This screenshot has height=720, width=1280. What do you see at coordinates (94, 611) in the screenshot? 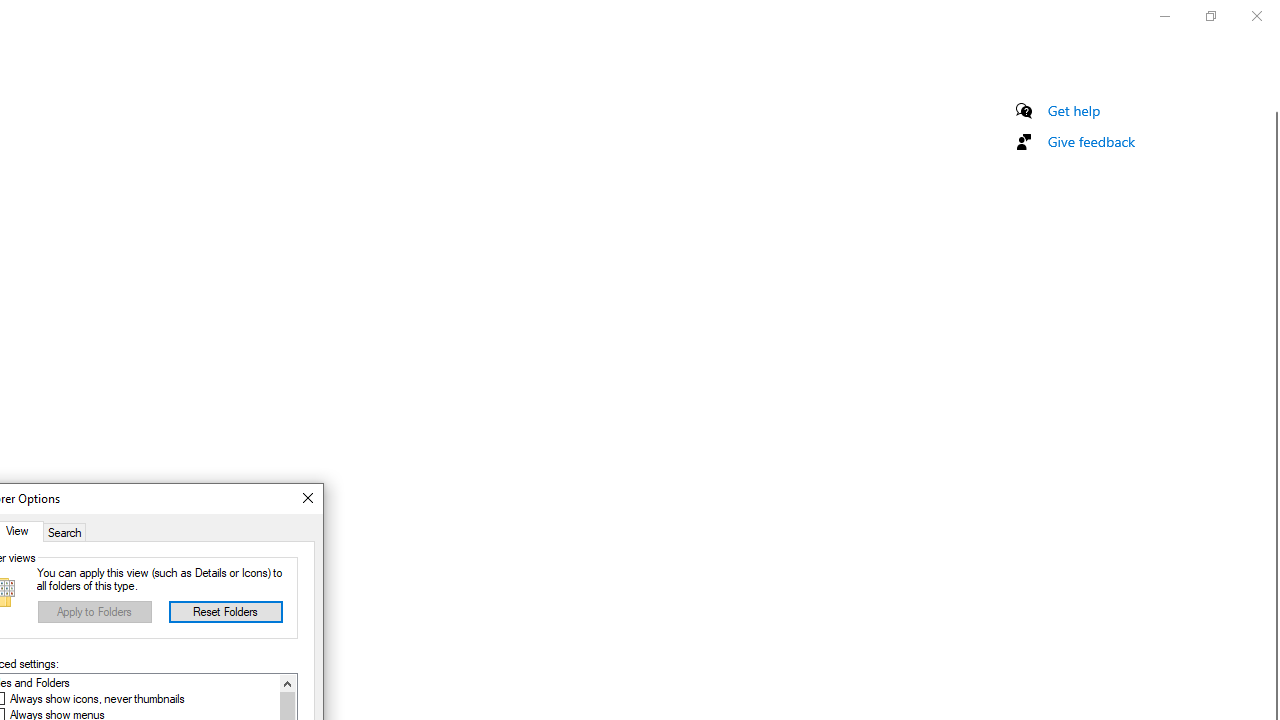
I see `'Apply to Folders'` at bounding box center [94, 611].